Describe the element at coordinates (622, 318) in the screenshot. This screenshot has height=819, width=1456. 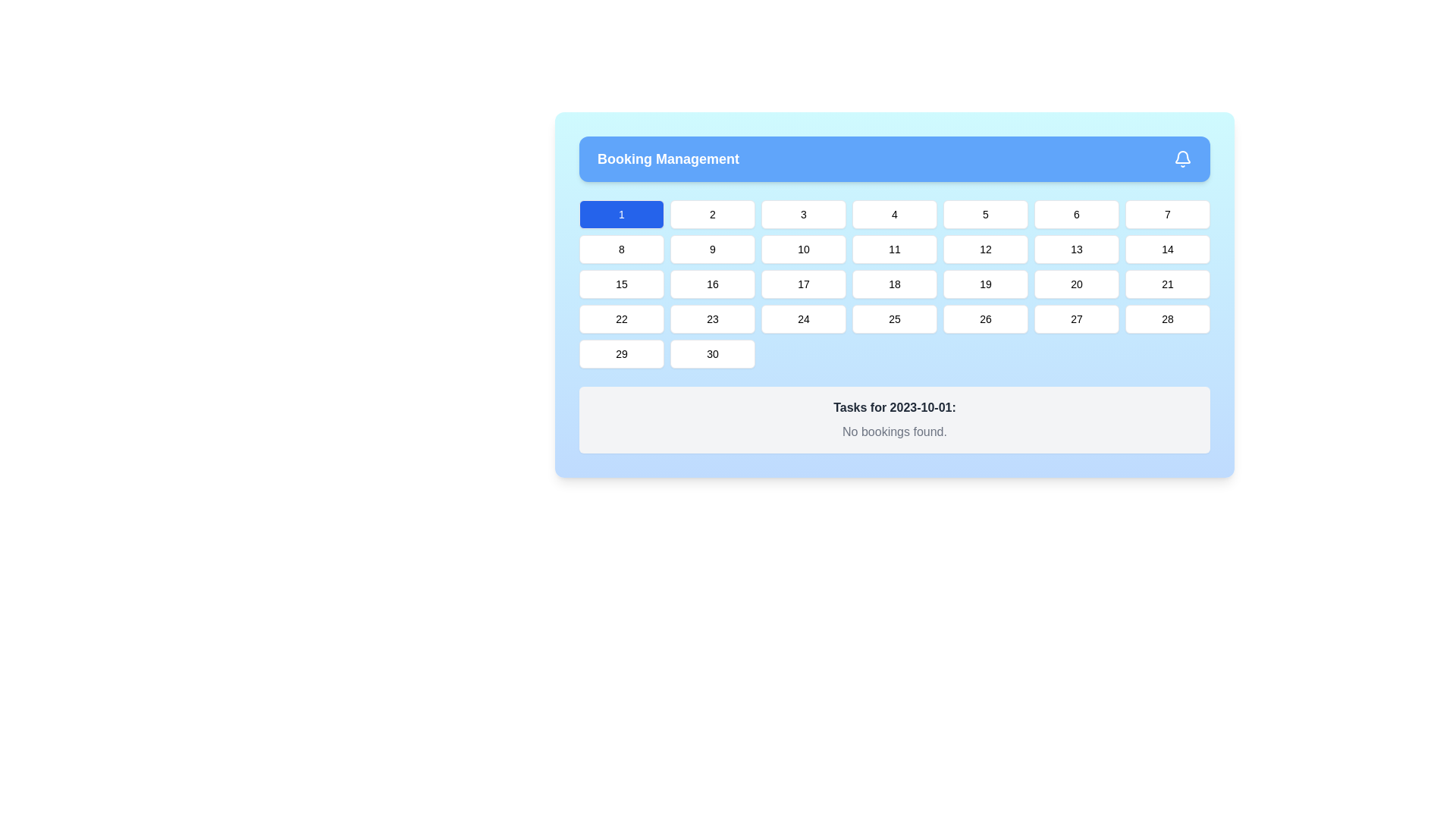
I see `the rectangular button displaying the number '22' to trigger additional interaction or visual feedback` at that location.